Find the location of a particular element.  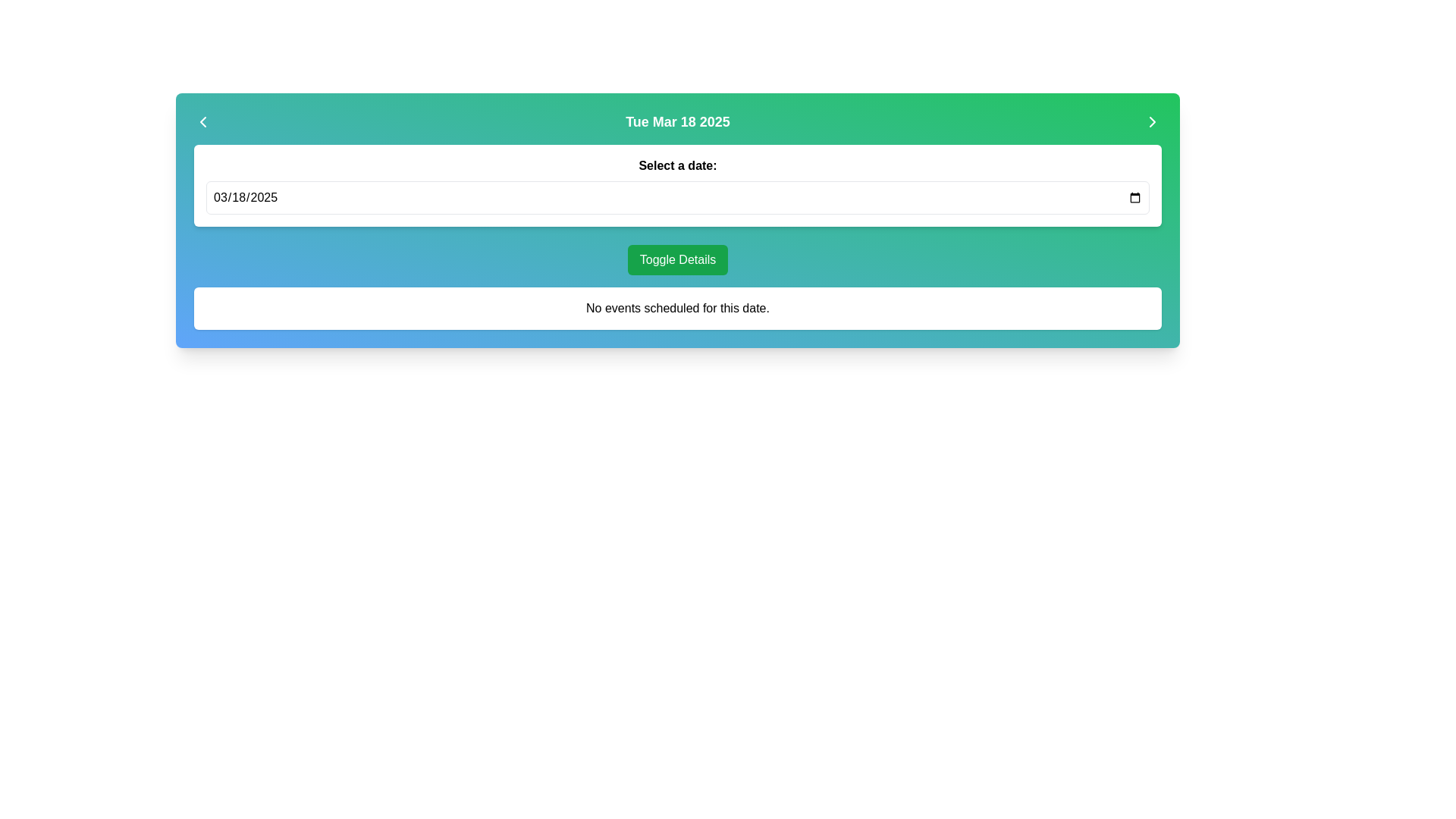

the Chevron icon located in the top-right corner of the card is located at coordinates (1153, 121).